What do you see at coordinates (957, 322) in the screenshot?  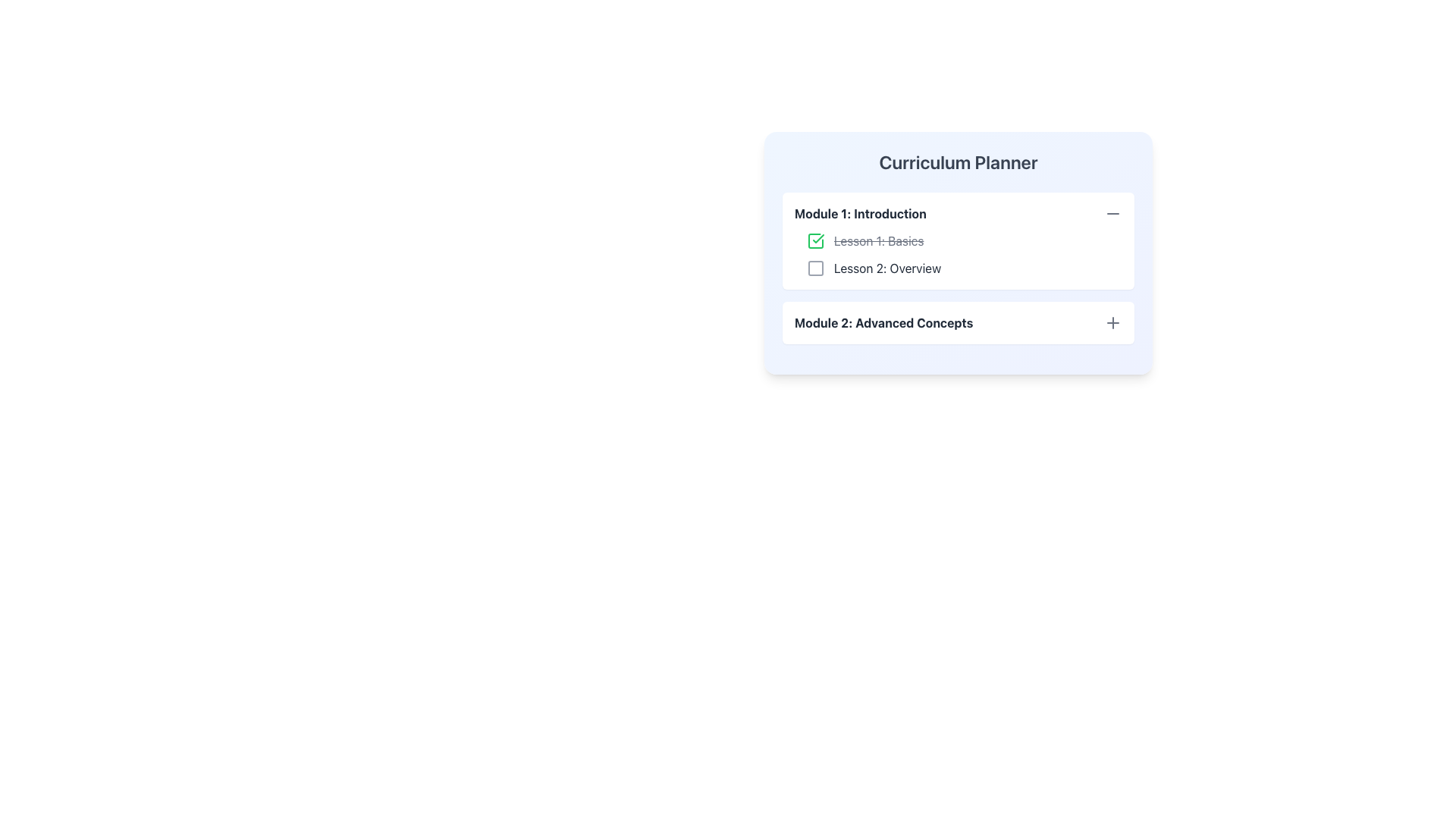 I see `the Interactive module entry labeled 'Module 2: Advanced Concepts'` at bounding box center [957, 322].